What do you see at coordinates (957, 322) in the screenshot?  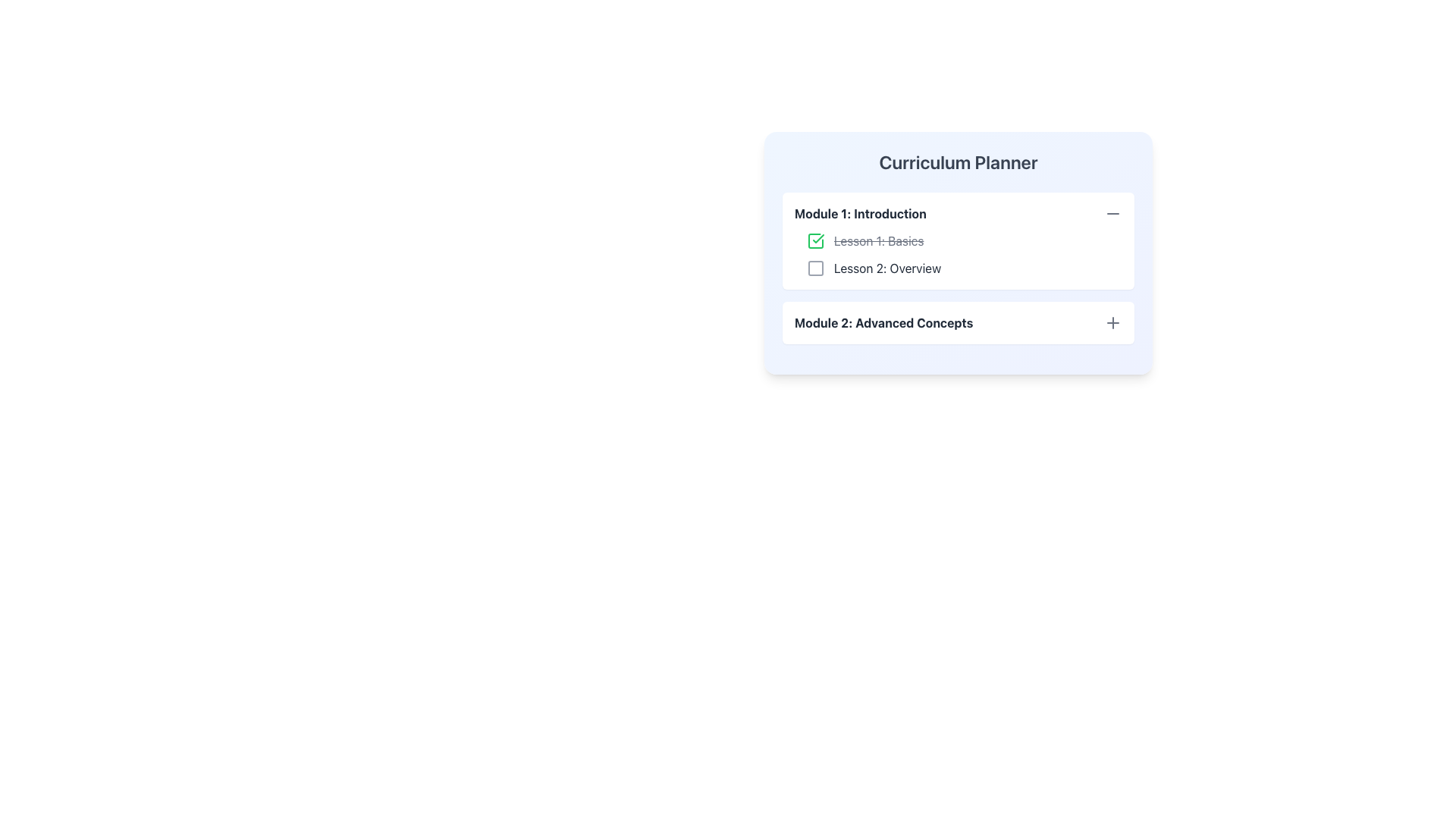 I see `the Interactive module entry labeled 'Module 2: Advanced Concepts'` at bounding box center [957, 322].